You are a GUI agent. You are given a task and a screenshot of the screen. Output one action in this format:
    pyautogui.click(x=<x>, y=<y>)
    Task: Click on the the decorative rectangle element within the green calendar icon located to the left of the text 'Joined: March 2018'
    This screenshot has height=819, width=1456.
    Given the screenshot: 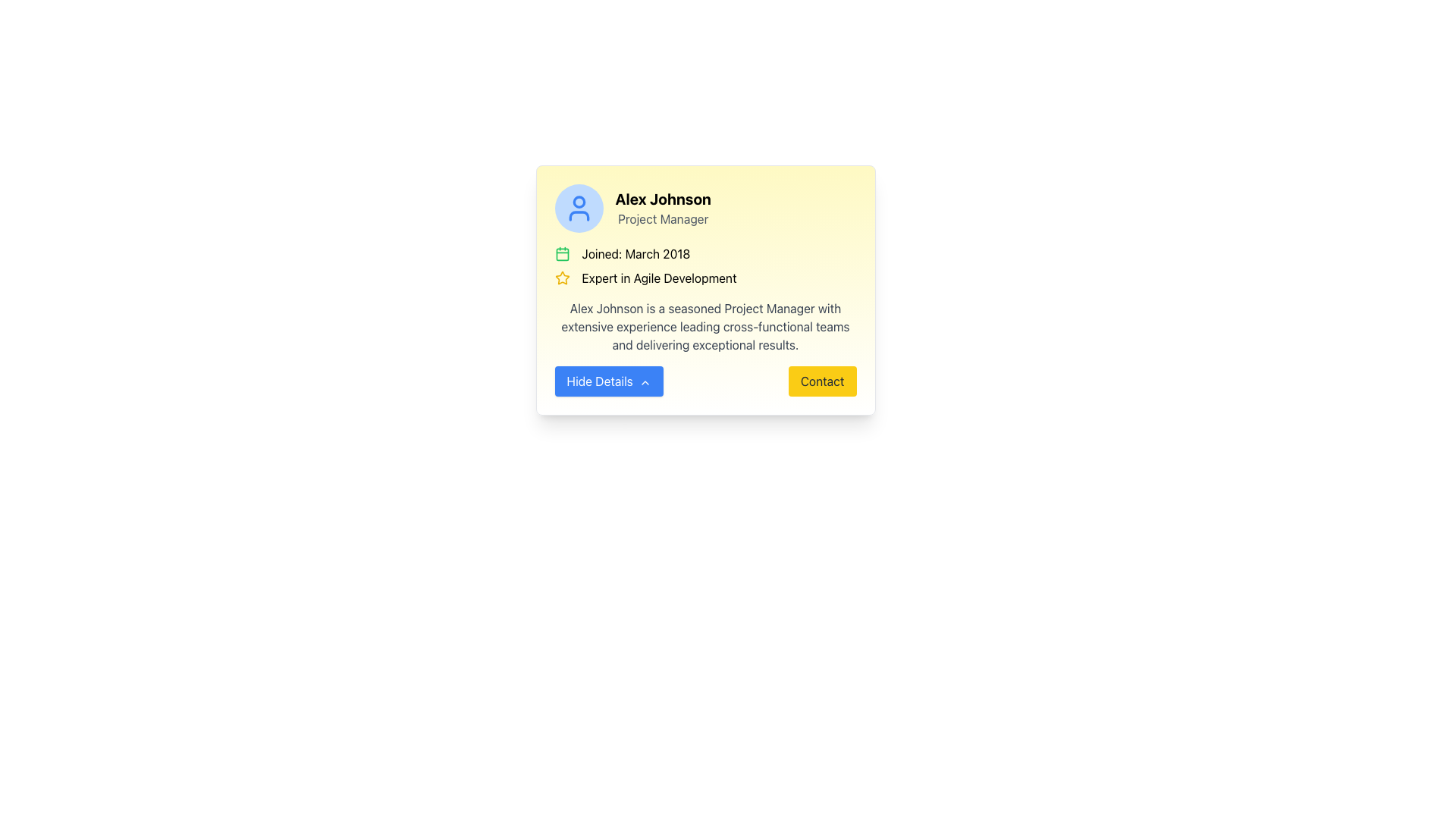 What is the action you would take?
    pyautogui.click(x=561, y=253)
    